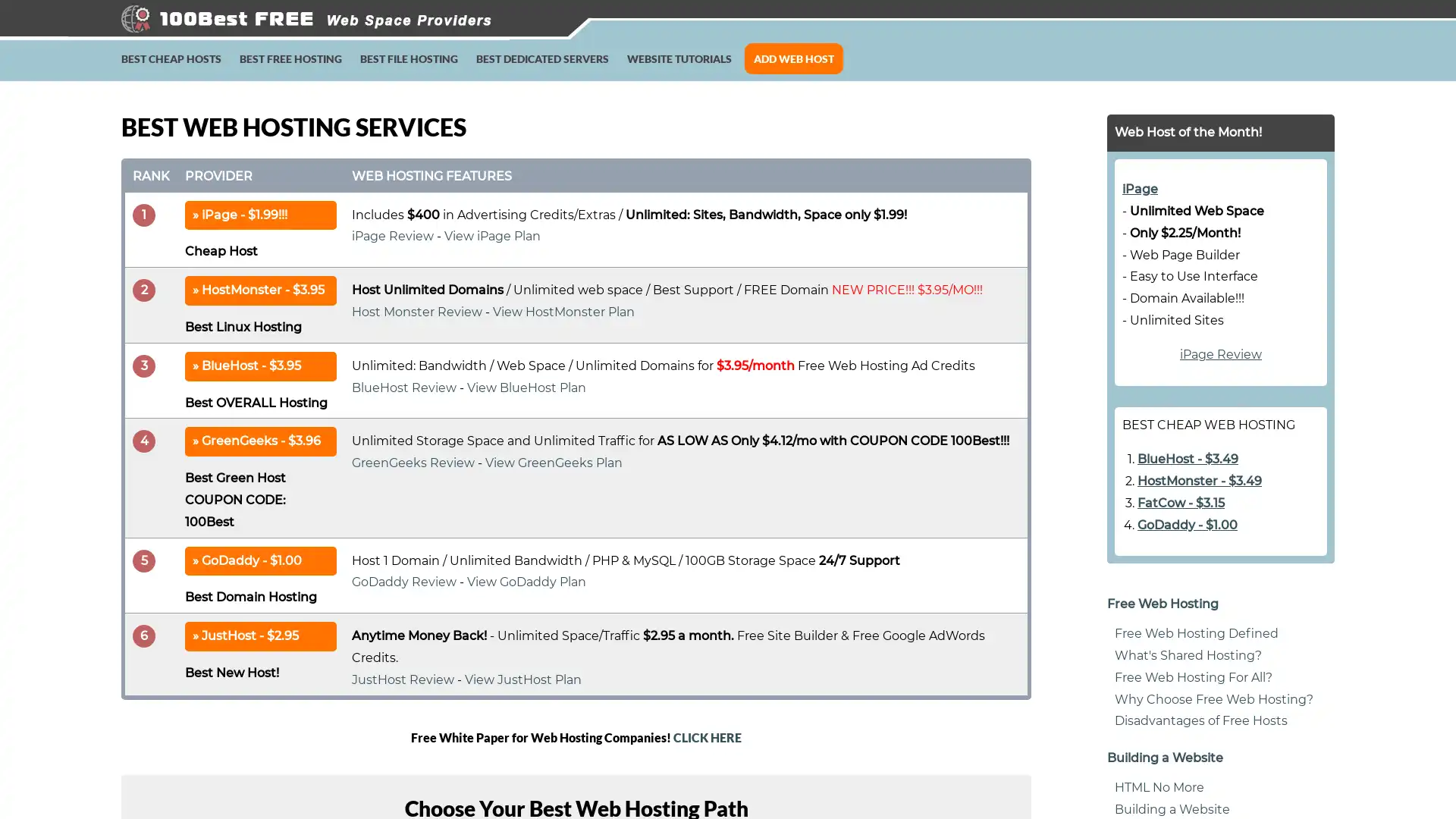 The width and height of the screenshot is (1456, 819). What do you see at coordinates (680, 58) in the screenshot?
I see `WEBSITE TUTORIALS` at bounding box center [680, 58].